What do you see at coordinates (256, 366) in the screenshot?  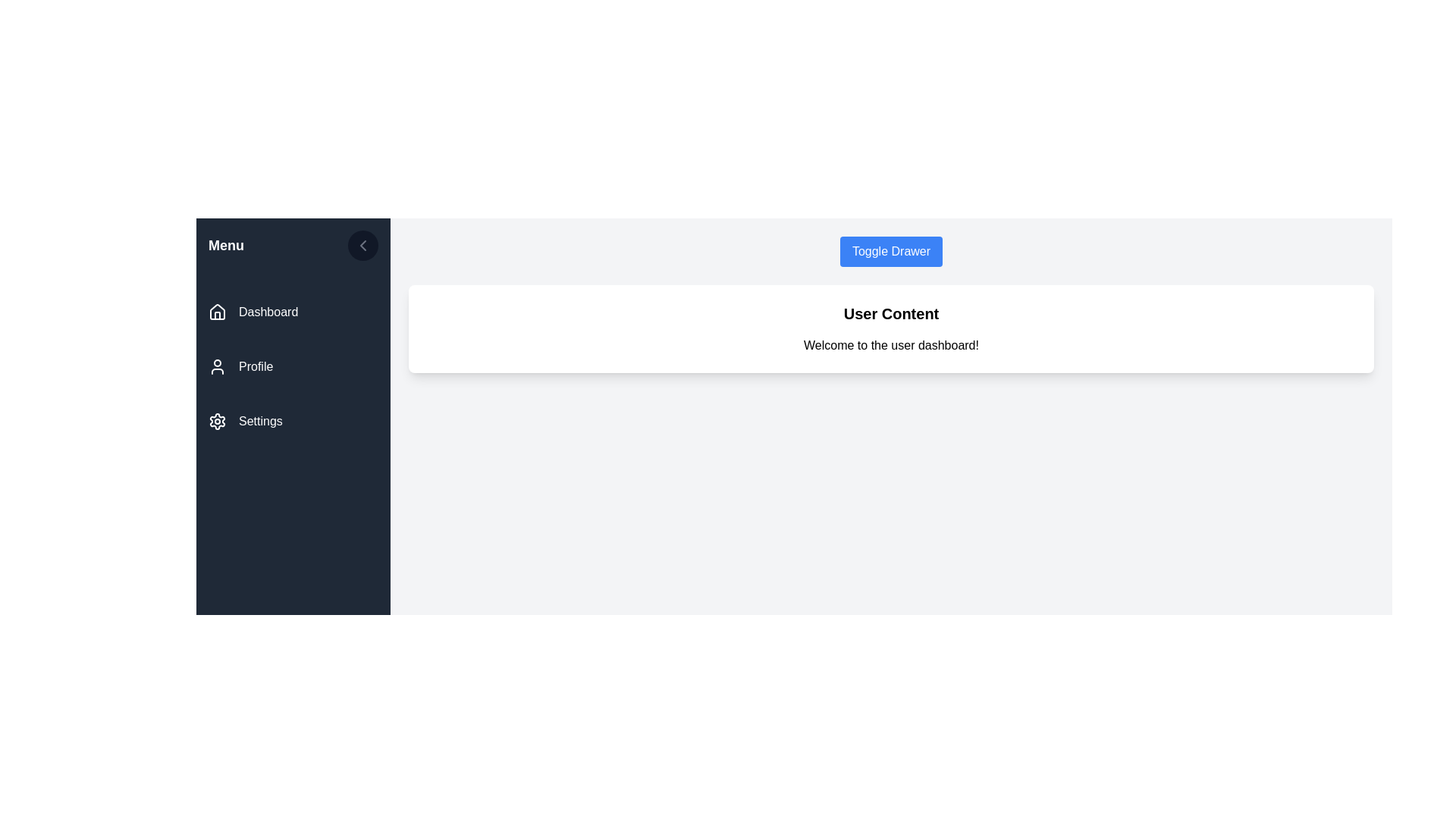 I see `the text label displaying 'Profile' in the vertical navigation menu on the left side of the interface` at bounding box center [256, 366].